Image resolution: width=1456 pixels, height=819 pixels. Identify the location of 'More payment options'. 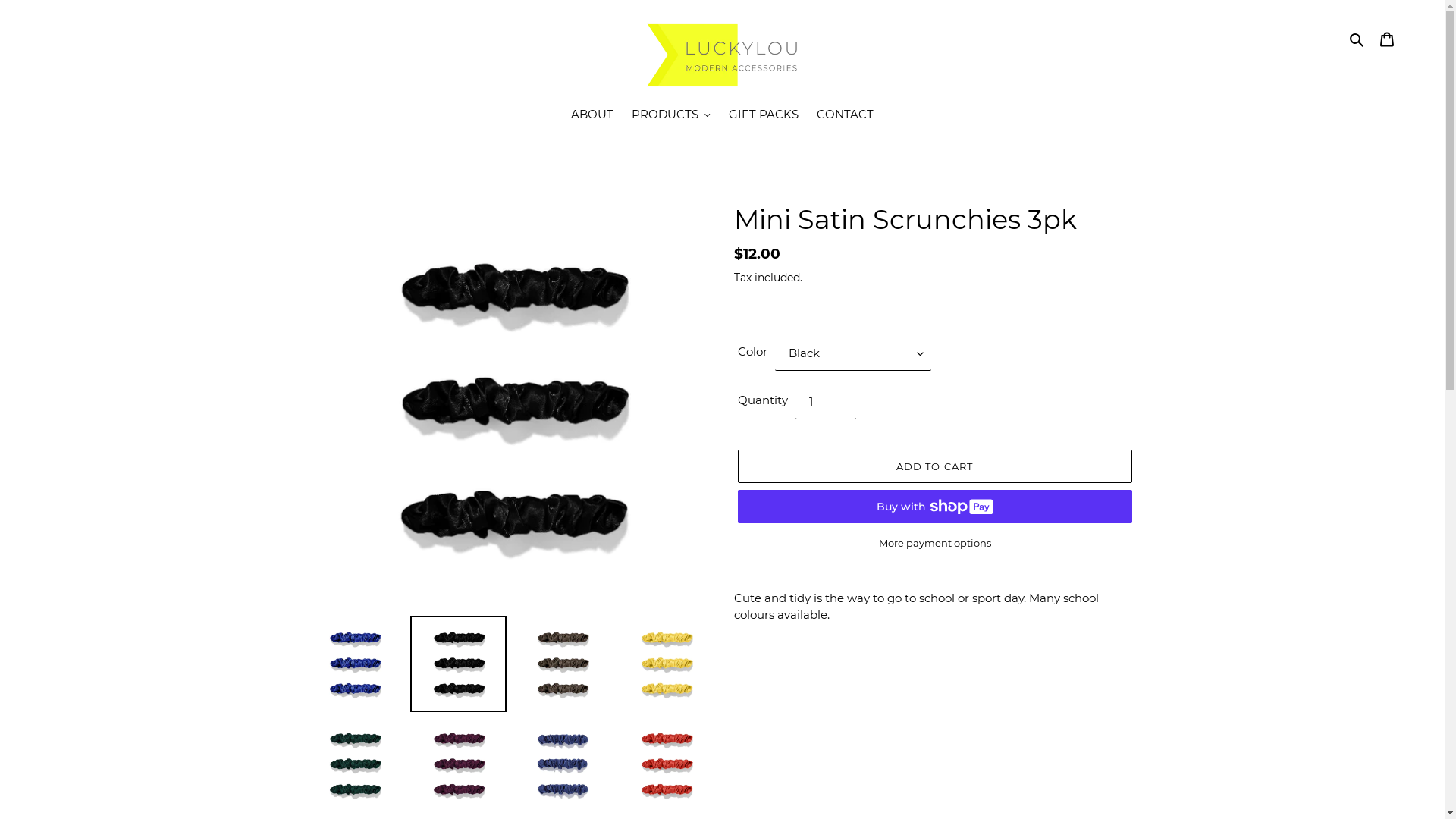
(934, 543).